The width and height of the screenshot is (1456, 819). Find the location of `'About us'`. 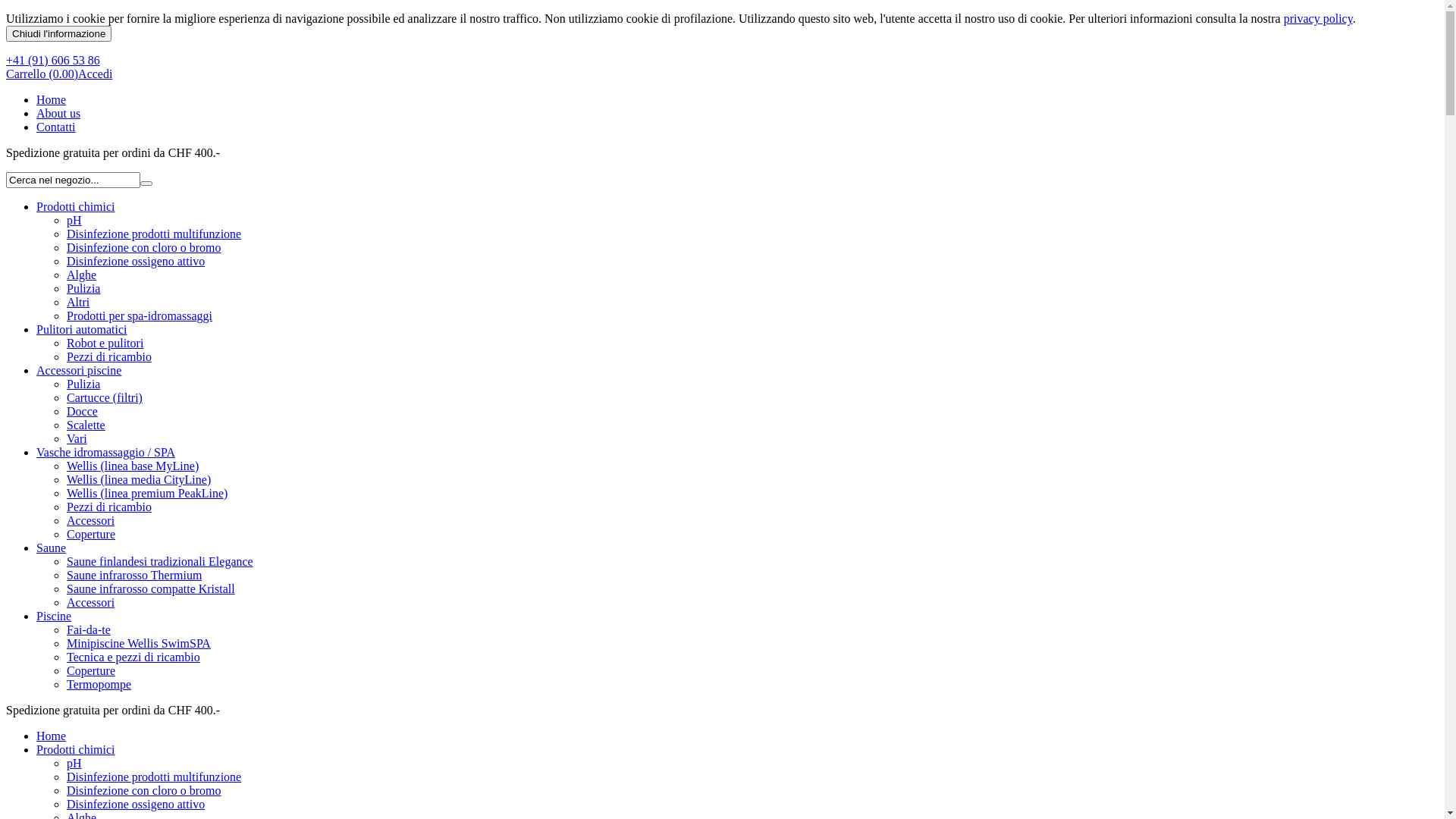

'About us' is located at coordinates (58, 112).